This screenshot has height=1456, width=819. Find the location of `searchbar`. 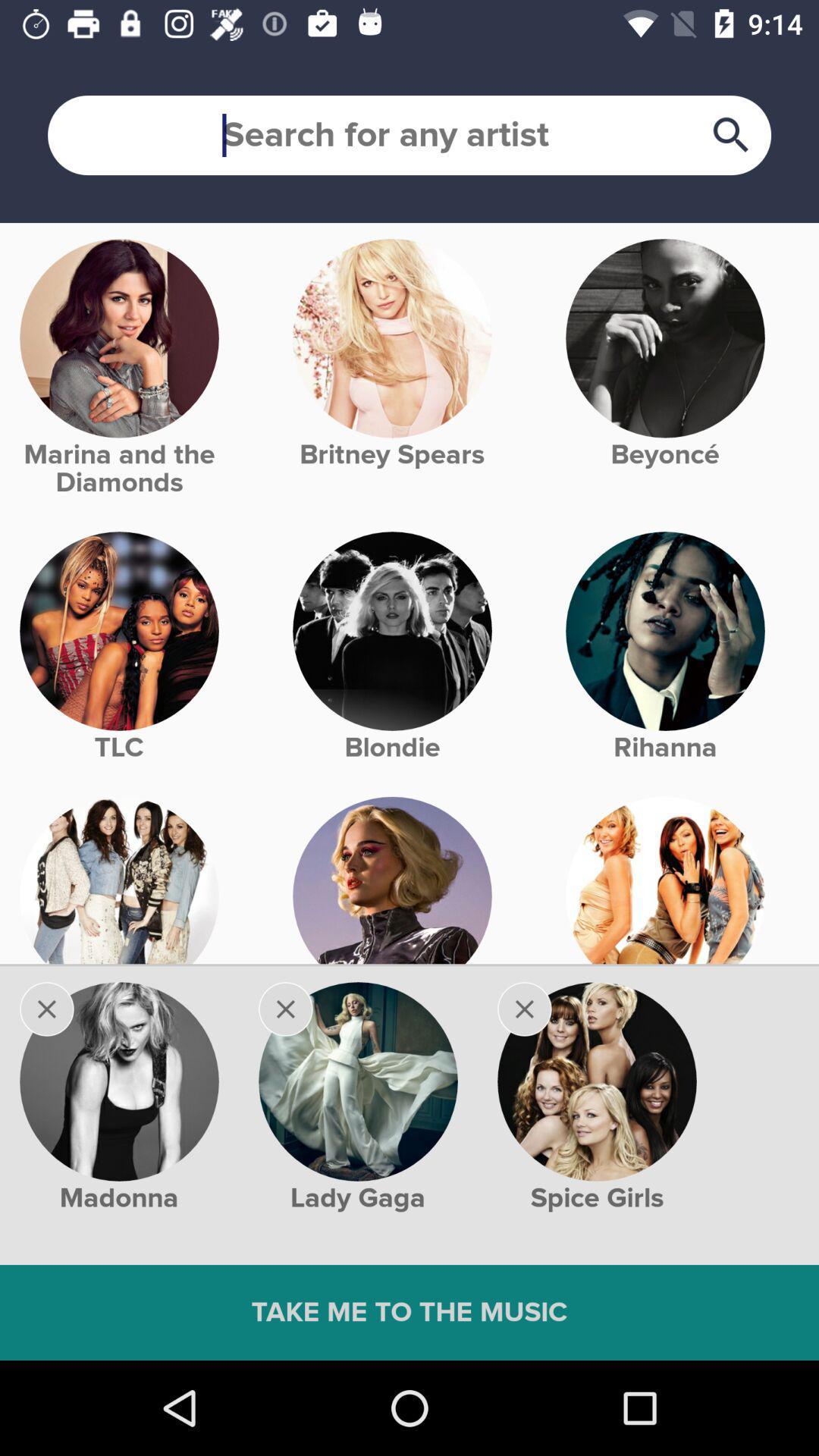

searchbar is located at coordinates (409, 135).